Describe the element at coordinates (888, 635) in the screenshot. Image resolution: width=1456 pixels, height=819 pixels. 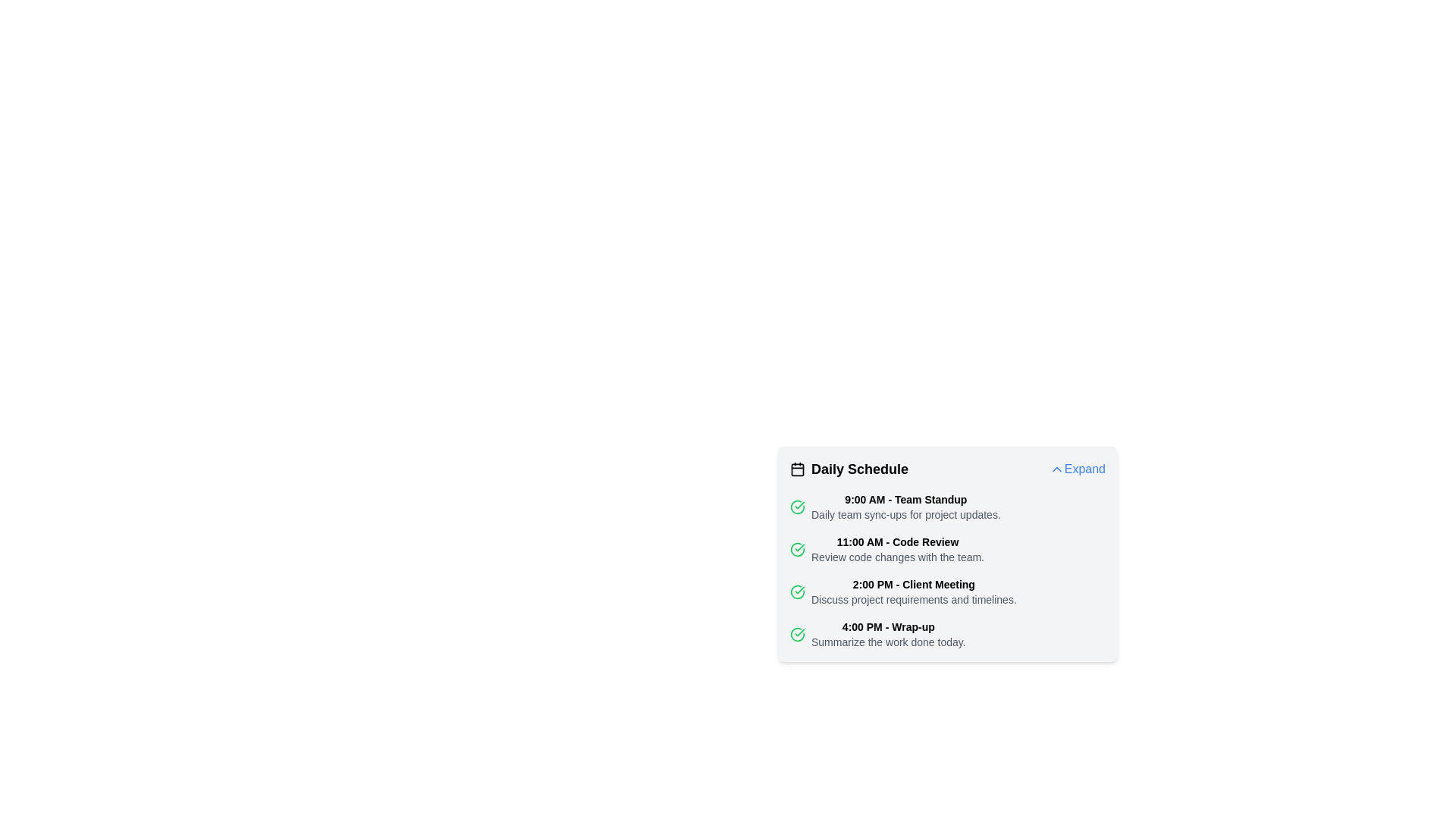
I see `textual content of the last text block in the 'Daily Schedule' card, which displays the scheduled activity or task details` at that location.